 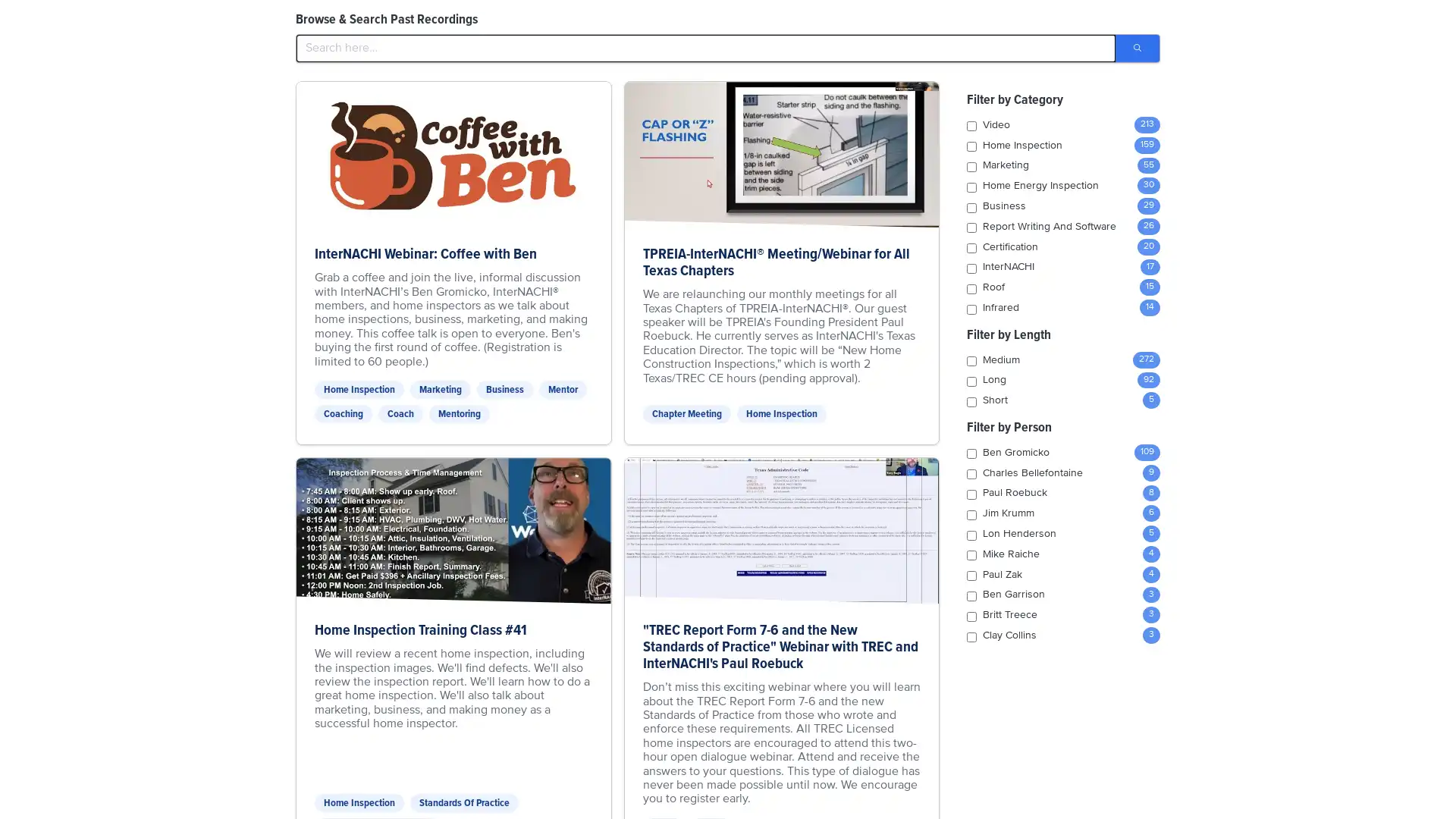 I want to click on Submit your search query., so click(x=1137, y=48).